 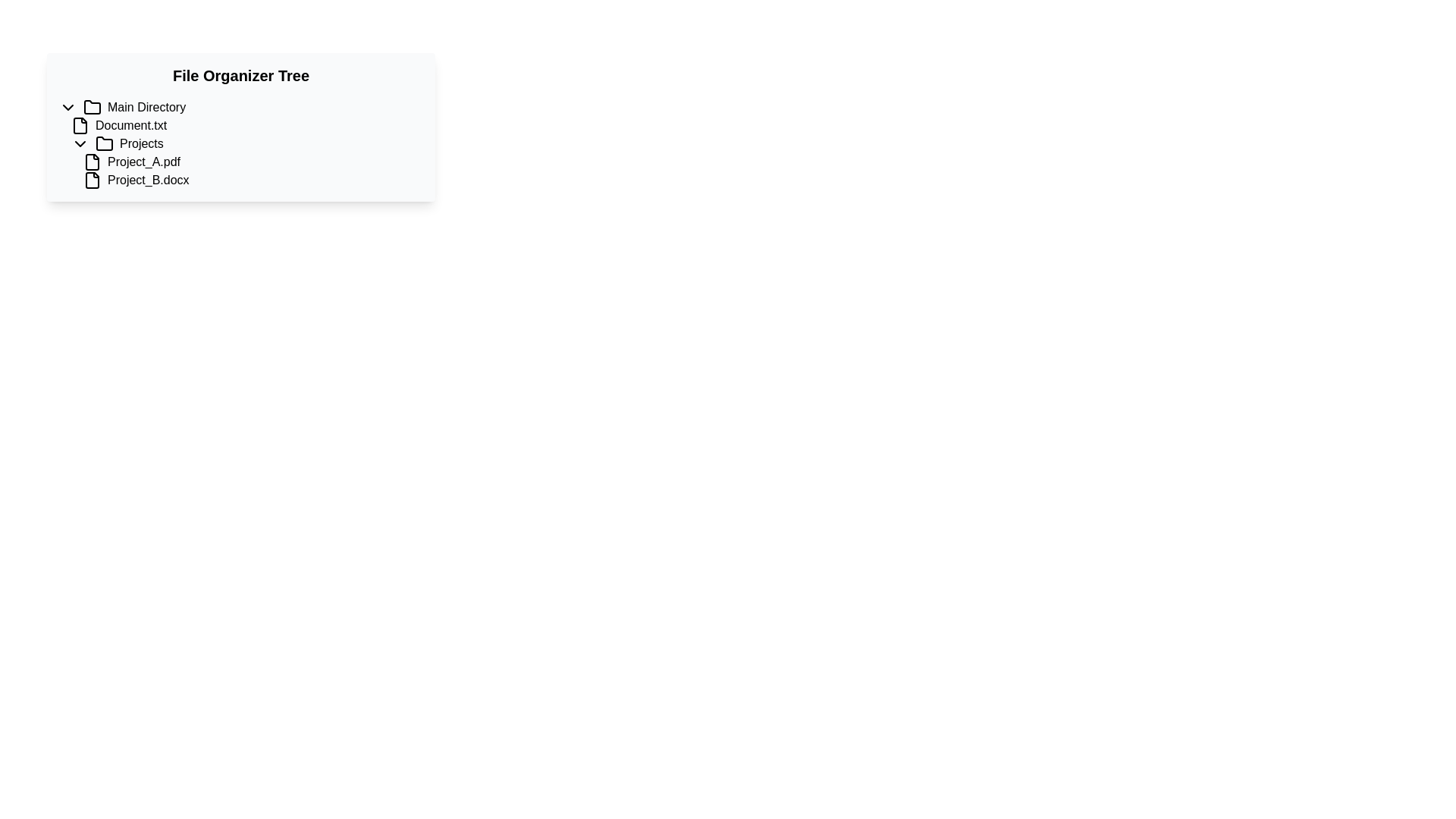 What do you see at coordinates (253, 171) in the screenshot?
I see `the file list item 'Project_B.docx', the last entry under the 'Projects' heading` at bounding box center [253, 171].